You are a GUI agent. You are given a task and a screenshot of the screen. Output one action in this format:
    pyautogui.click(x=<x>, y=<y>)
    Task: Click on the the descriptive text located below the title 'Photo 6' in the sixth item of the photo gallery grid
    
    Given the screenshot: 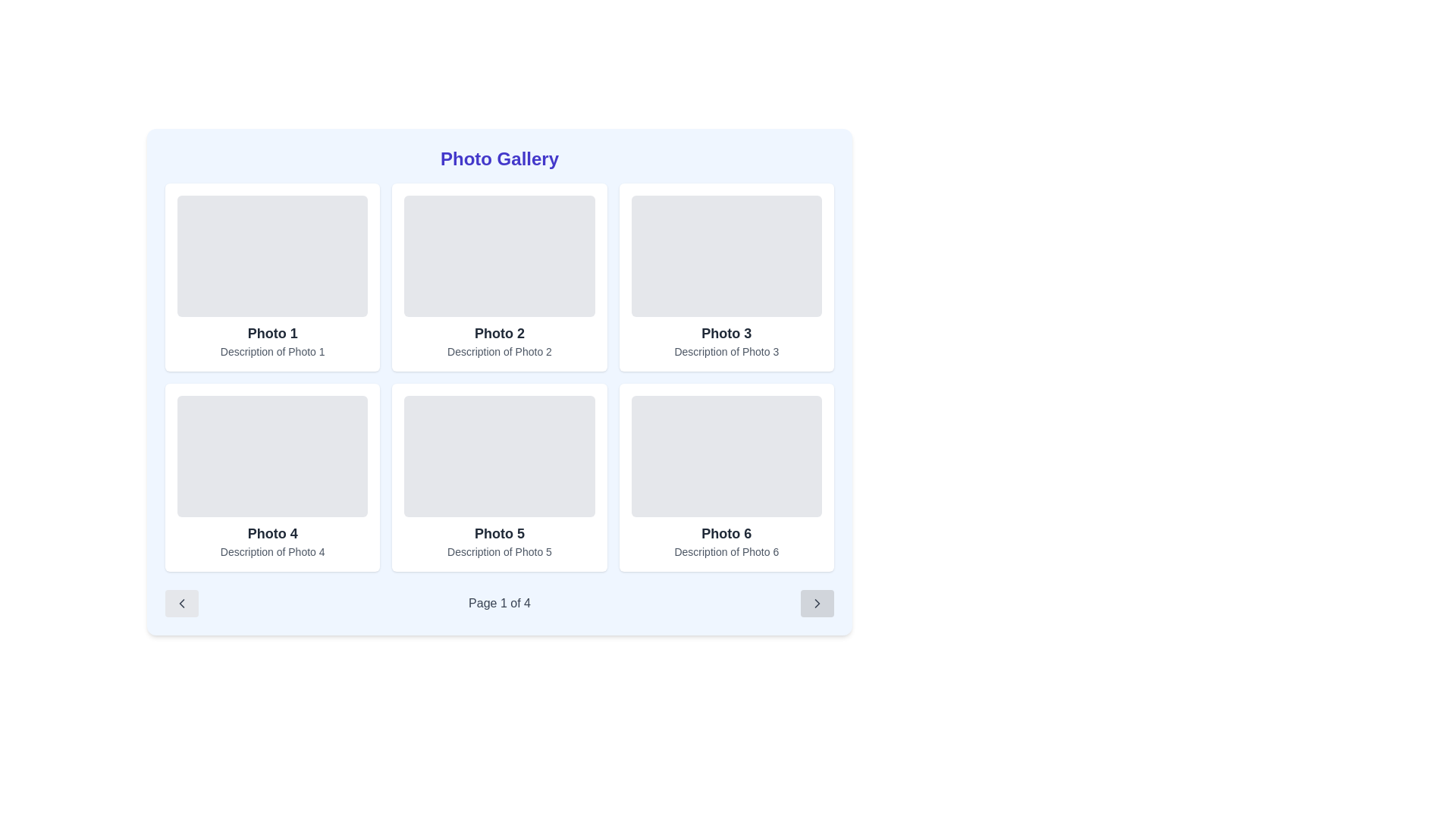 What is the action you would take?
    pyautogui.click(x=726, y=552)
    